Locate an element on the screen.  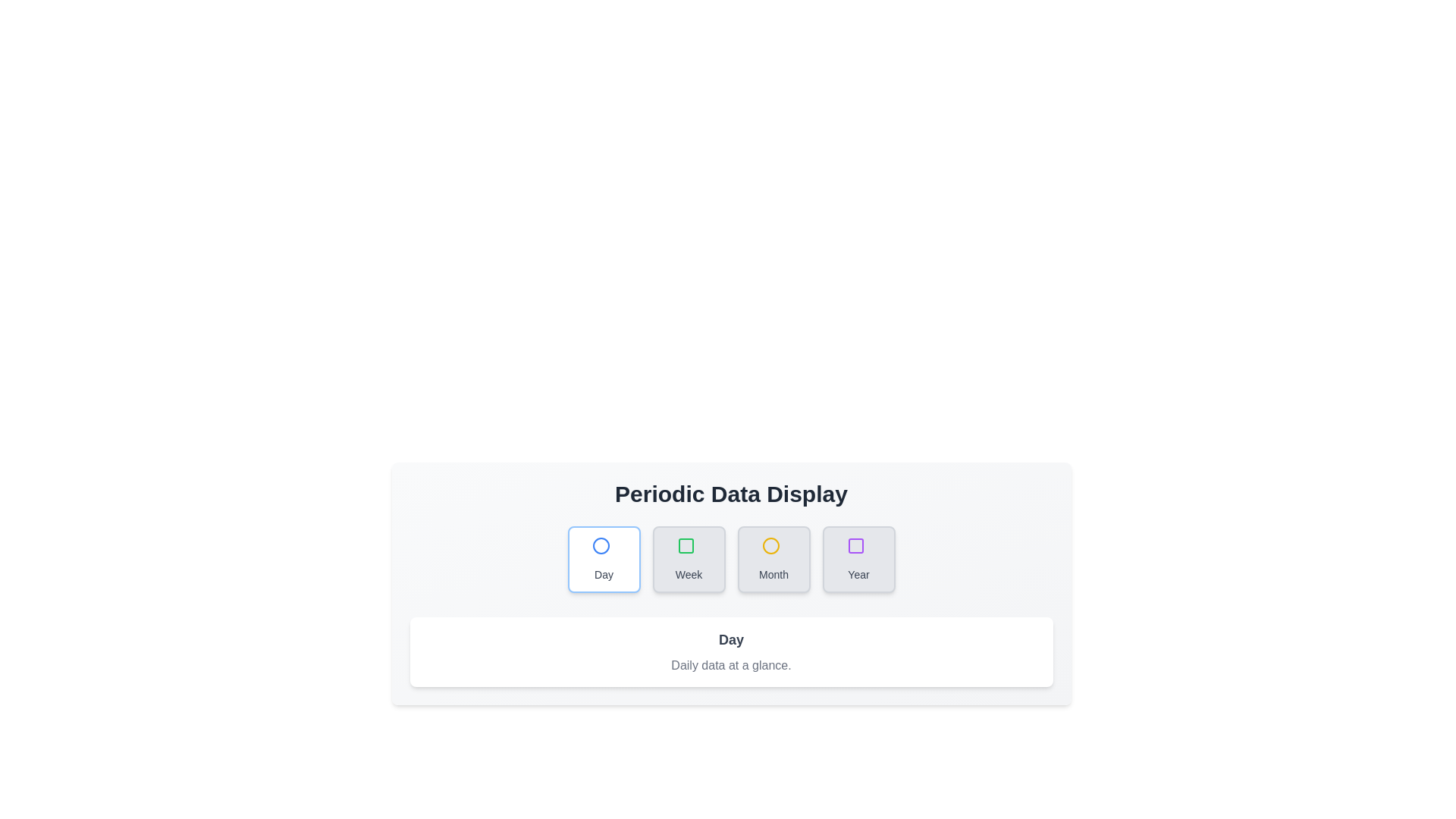
the blue circular icon located in the upper left section of the card labeled 'Day' is located at coordinates (600, 546).